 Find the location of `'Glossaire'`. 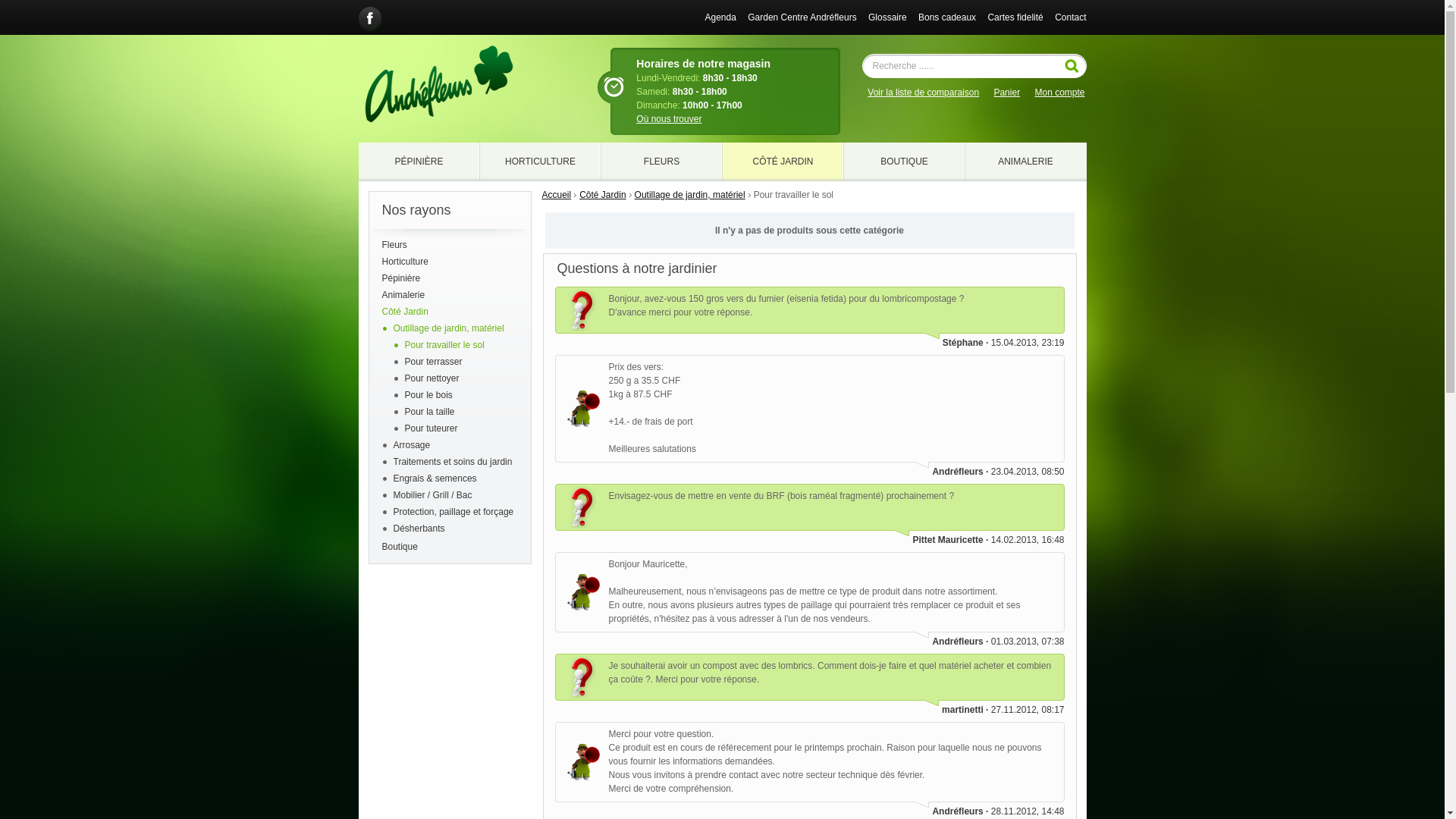

'Glossaire' is located at coordinates (887, 17).